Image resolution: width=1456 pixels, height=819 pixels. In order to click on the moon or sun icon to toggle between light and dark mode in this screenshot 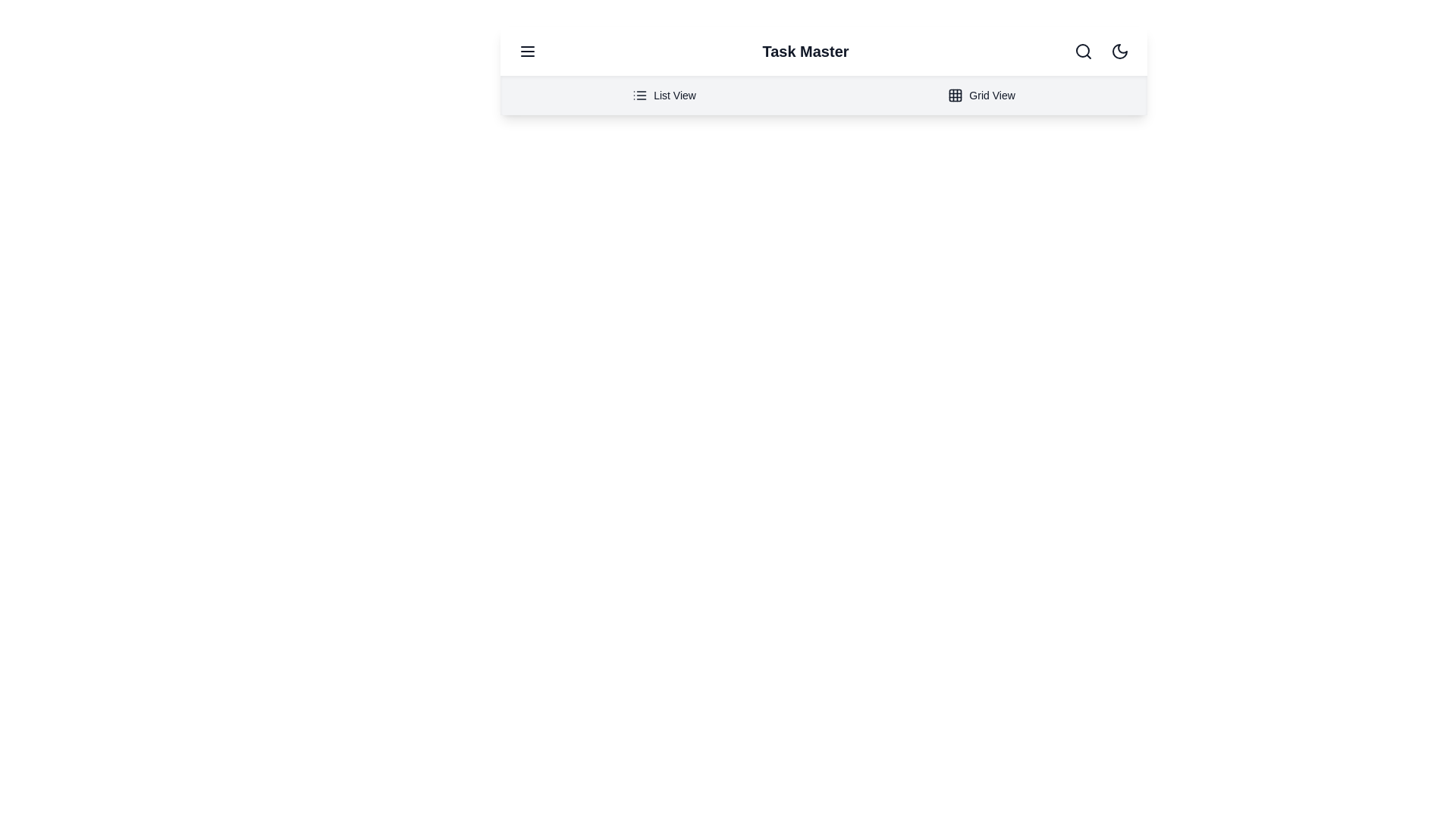, I will do `click(1120, 51)`.